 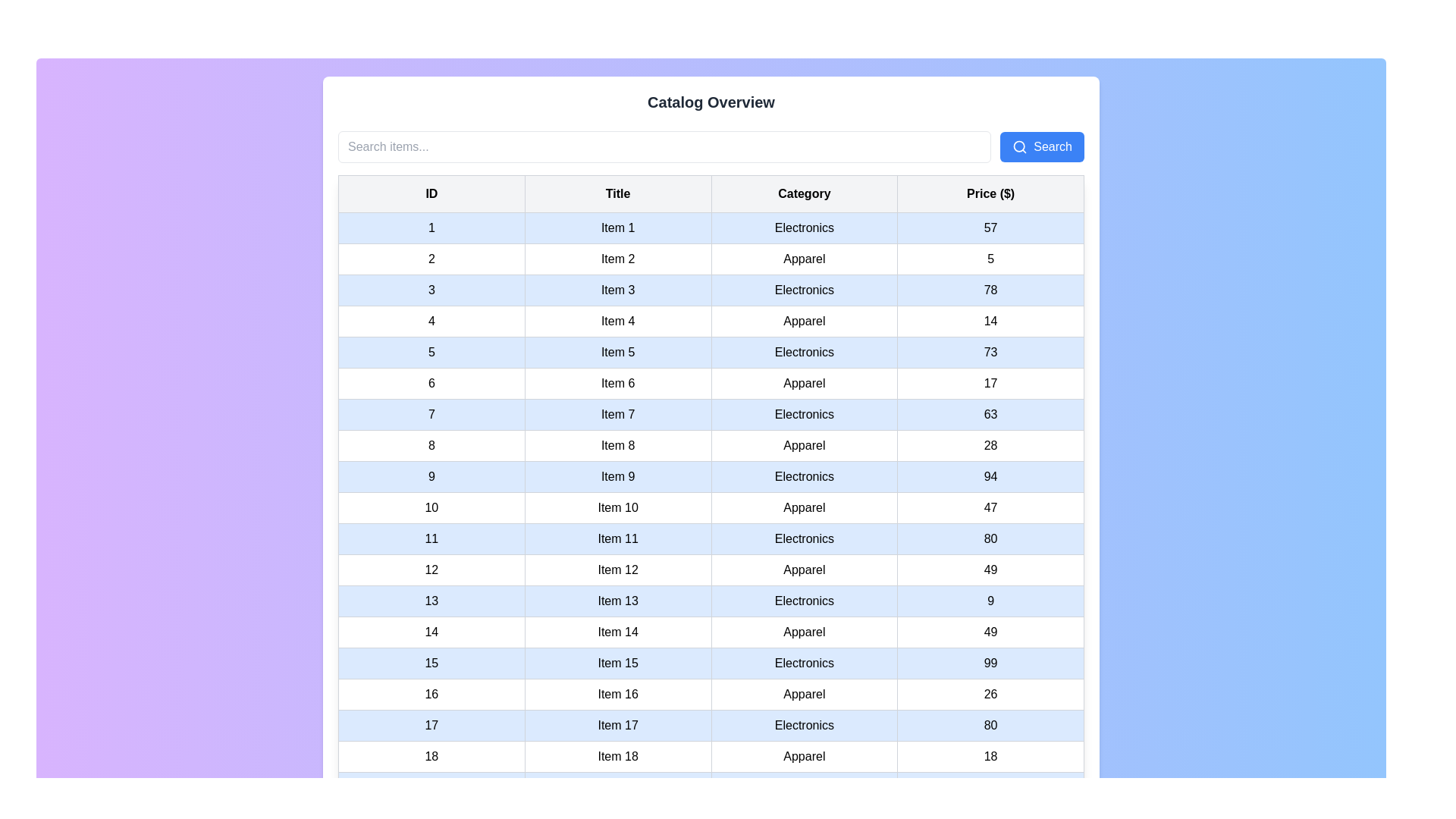 What do you see at coordinates (431, 353) in the screenshot?
I see `the static text cell displaying the identifier '5' located in the first column of the fifth row within the table` at bounding box center [431, 353].